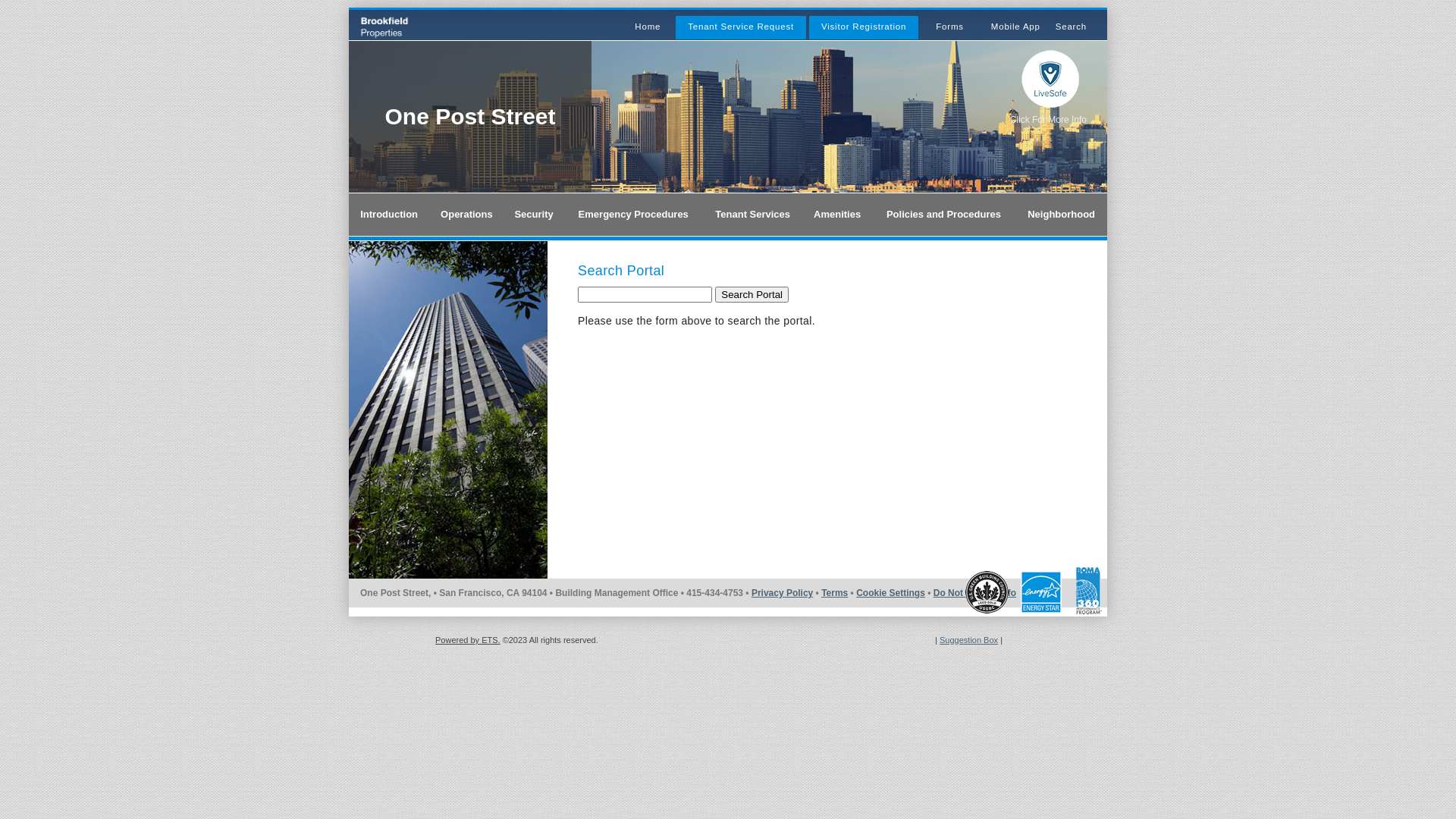 This screenshot has width=1456, height=819. What do you see at coordinates (714, 294) in the screenshot?
I see `'Search Portal'` at bounding box center [714, 294].